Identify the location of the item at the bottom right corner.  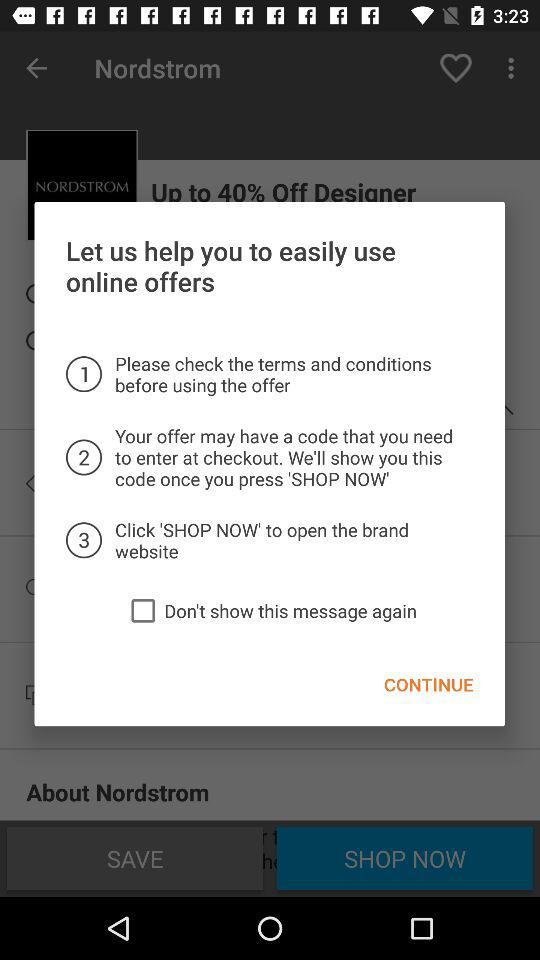
(427, 684).